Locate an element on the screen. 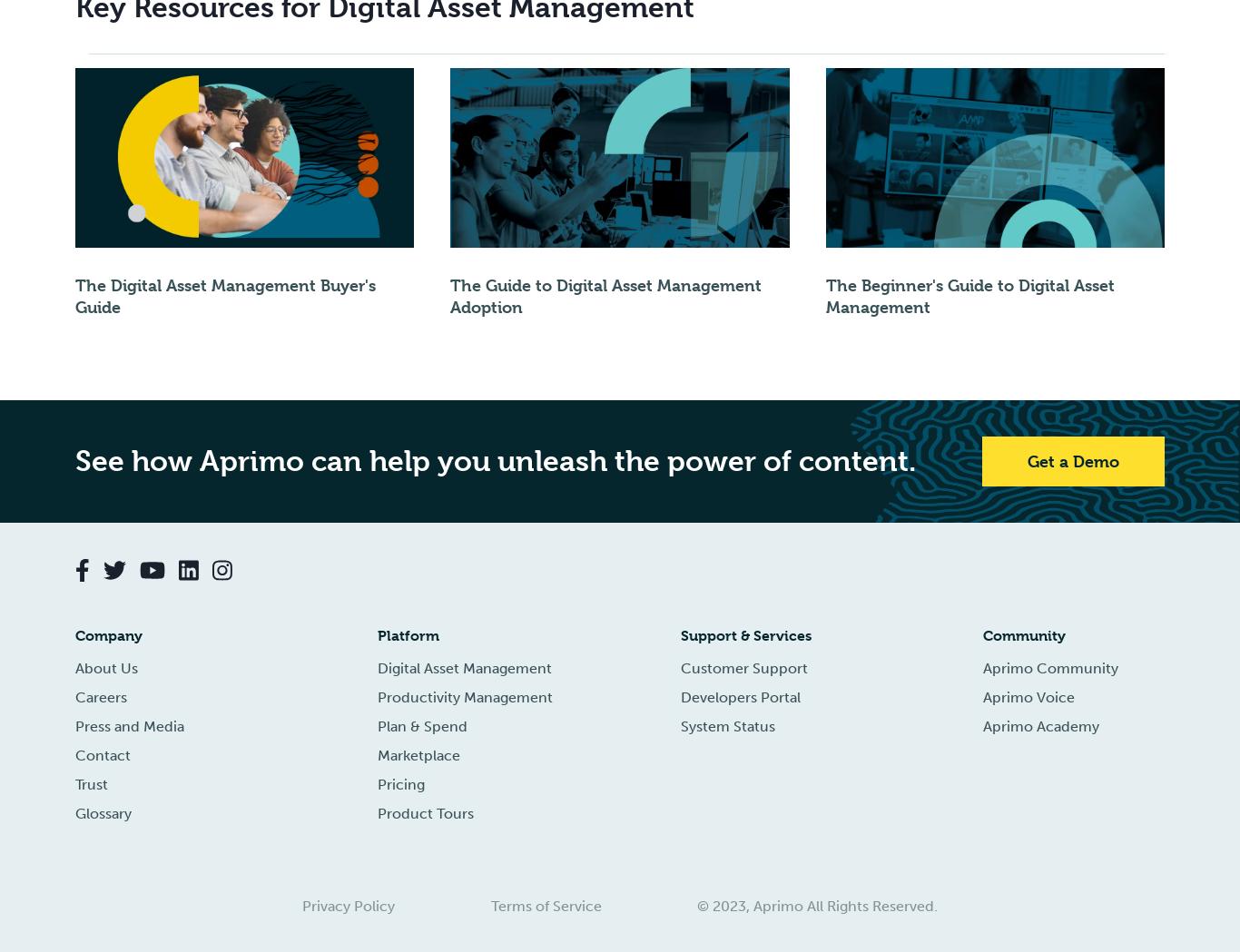  'Glossary' is located at coordinates (103, 812).